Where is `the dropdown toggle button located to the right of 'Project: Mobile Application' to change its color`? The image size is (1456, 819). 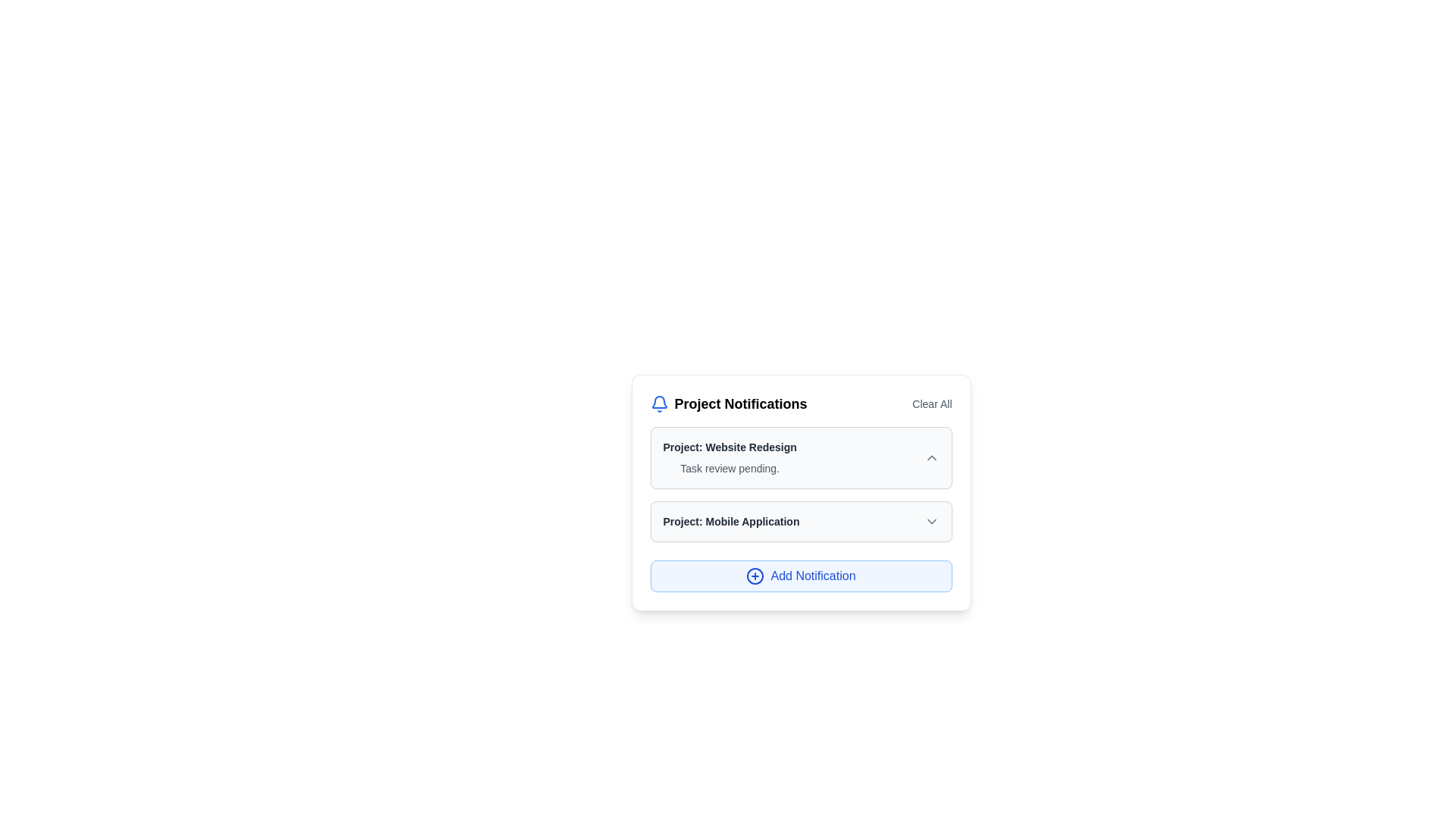 the dropdown toggle button located to the right of 'Project: Mobile Application' to change its color is located at coordinates (930, 520).